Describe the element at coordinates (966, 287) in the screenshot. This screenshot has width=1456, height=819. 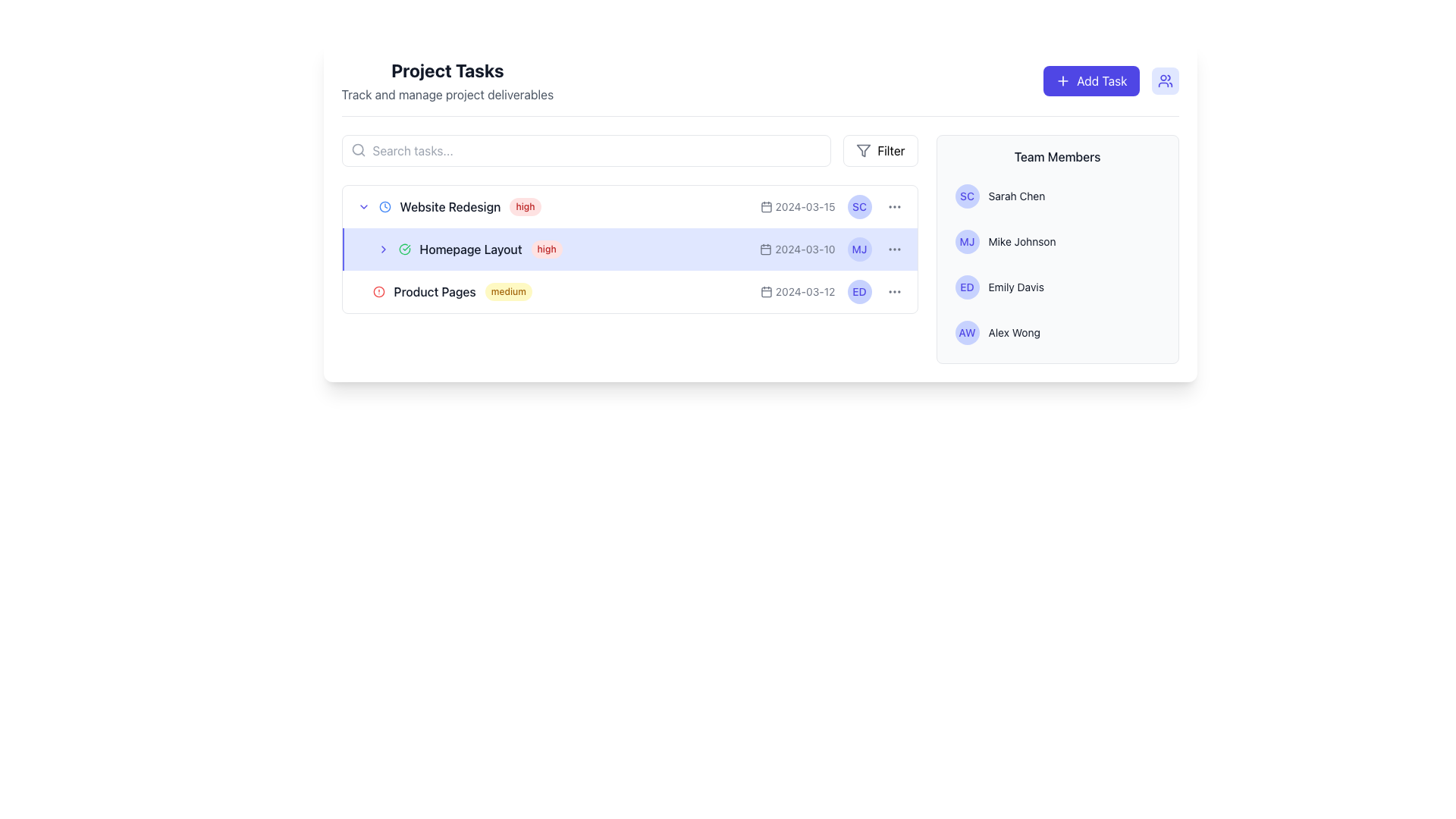
I see `the Informational badge with a purple background and 'ED' text, located in the 'Team Members' section next to Emily Davis for additional information` at that location.